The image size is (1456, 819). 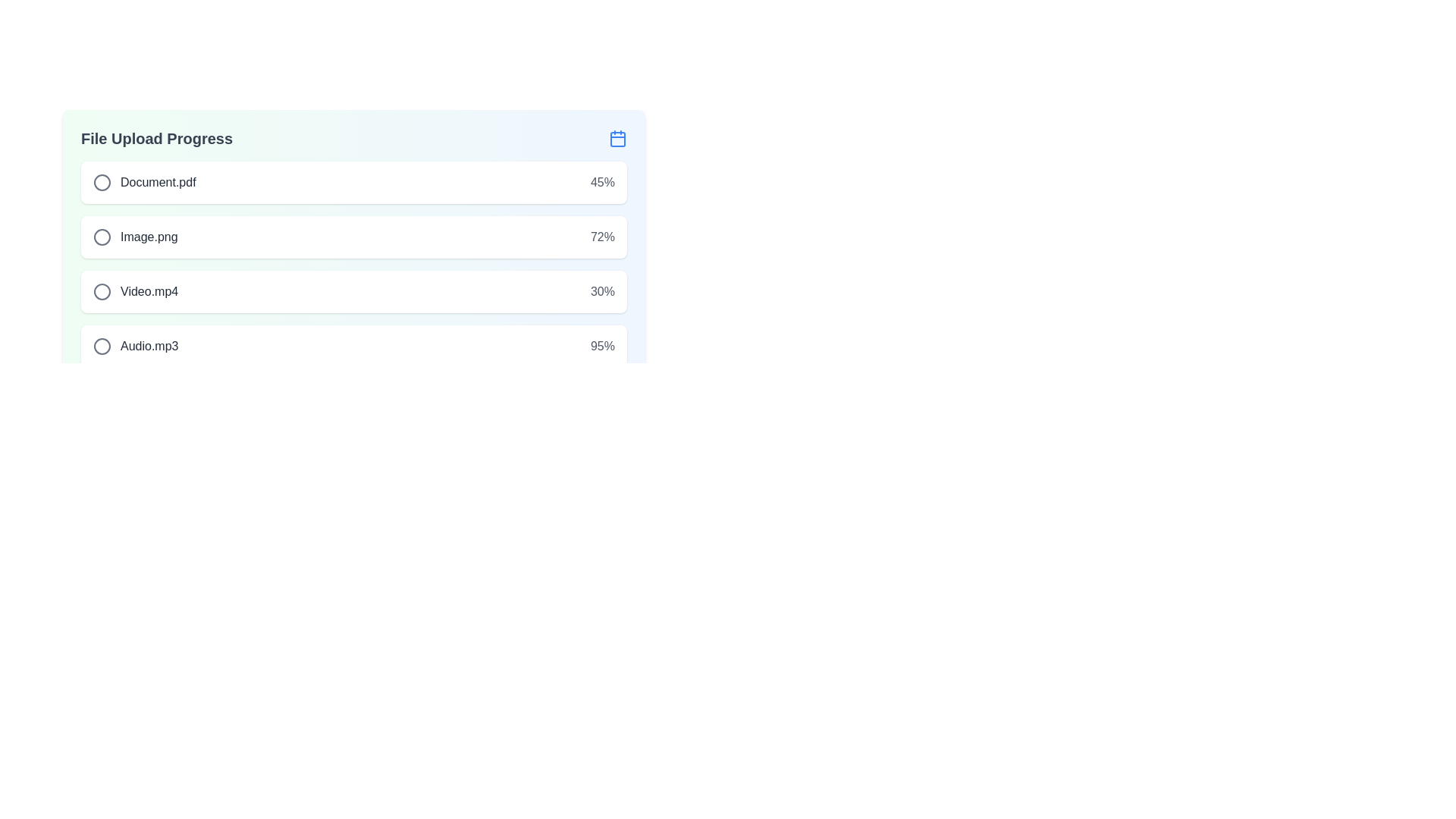 I want to click on Text label indicating the file name 'Audio.mp3', which is the last file in the file upload progress tracker, located to the right of the interactive radio button, so click(x=149, y=346).